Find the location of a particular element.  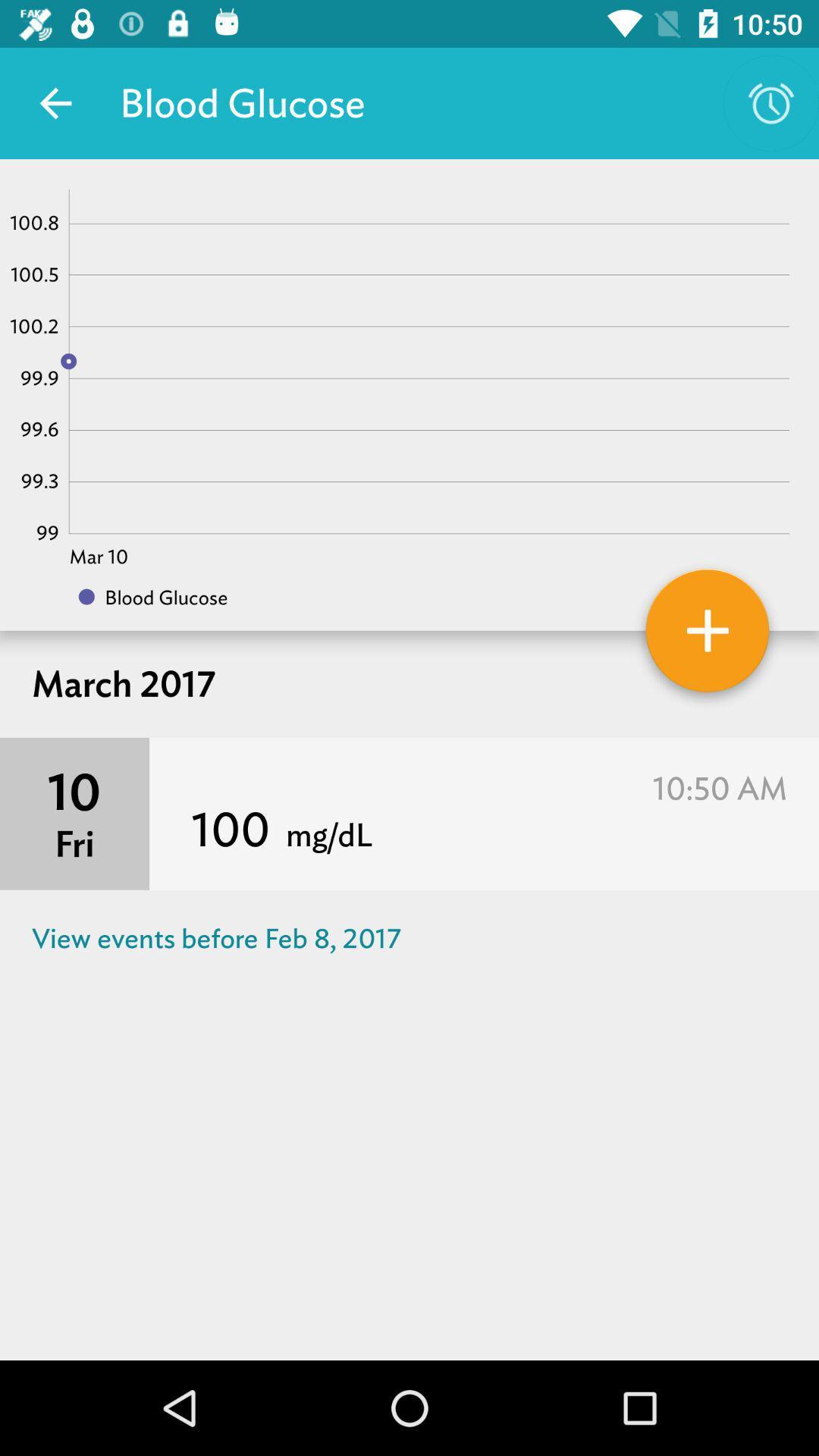

the item to the left of blood glucose app is located at coordinates (55, 102).